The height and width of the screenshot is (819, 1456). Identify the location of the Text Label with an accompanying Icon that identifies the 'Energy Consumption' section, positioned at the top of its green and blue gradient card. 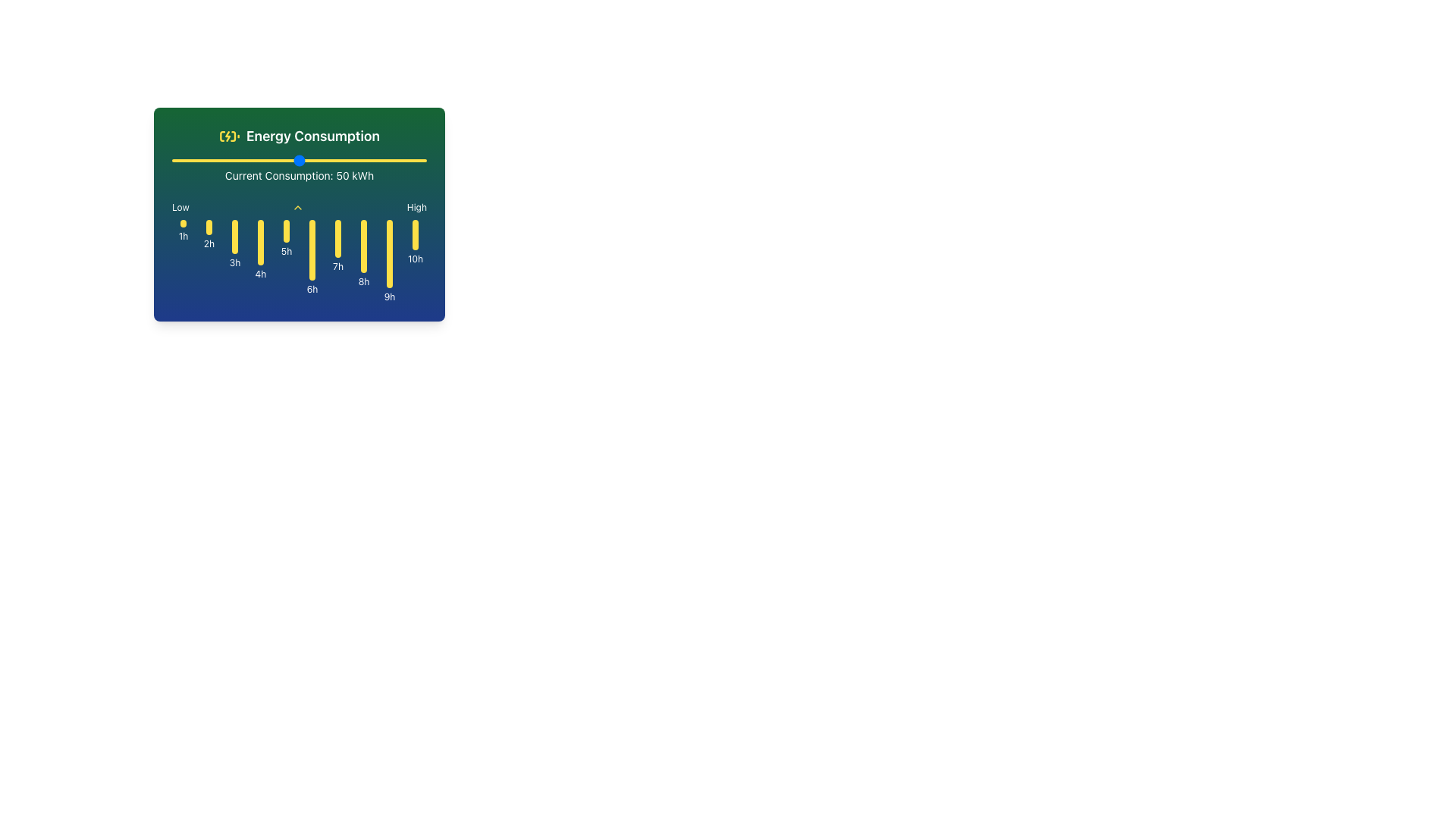
(299, 136).